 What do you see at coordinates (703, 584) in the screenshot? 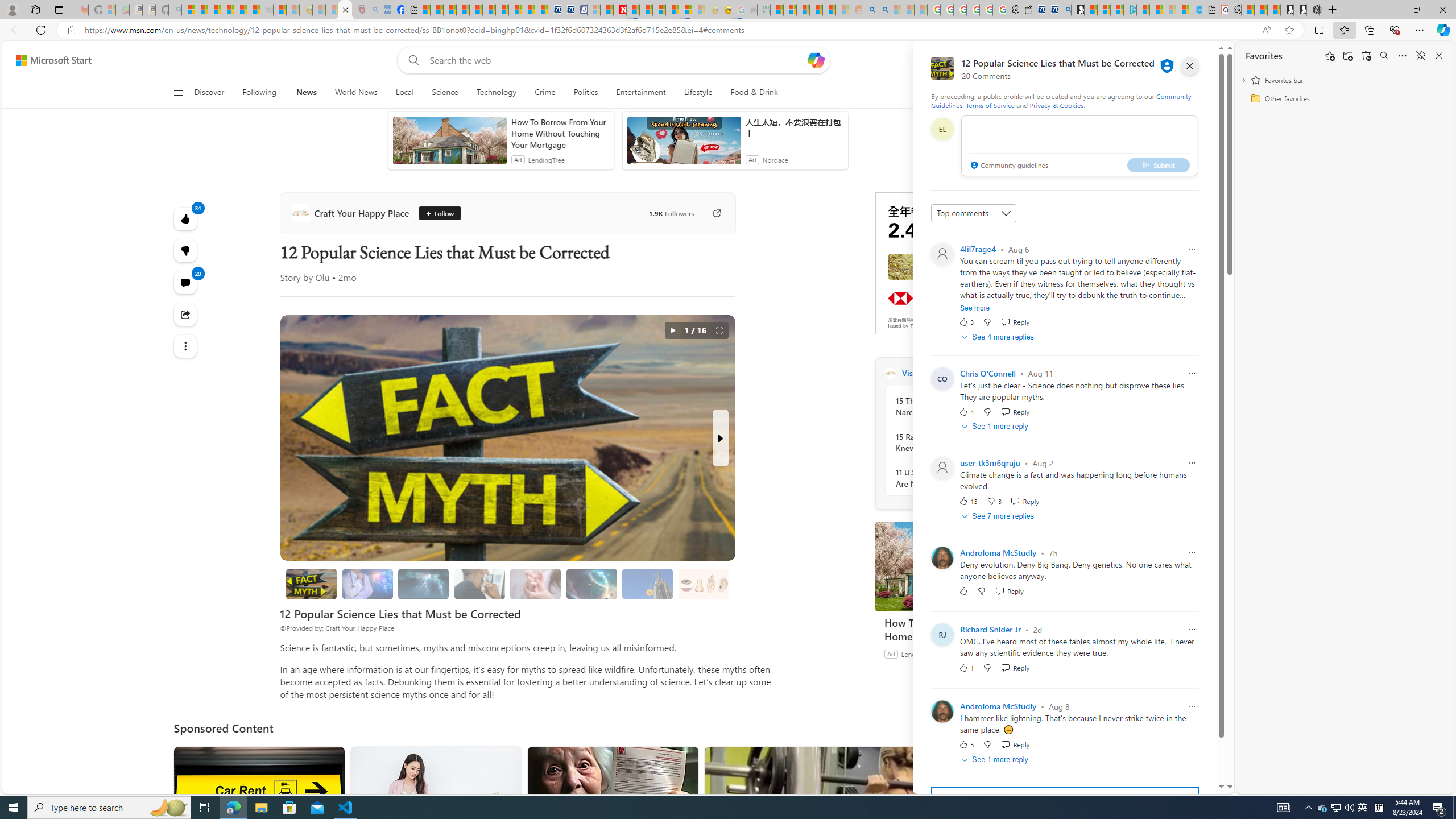
I see `'Human Senses'` at bounding box center [703, 584].